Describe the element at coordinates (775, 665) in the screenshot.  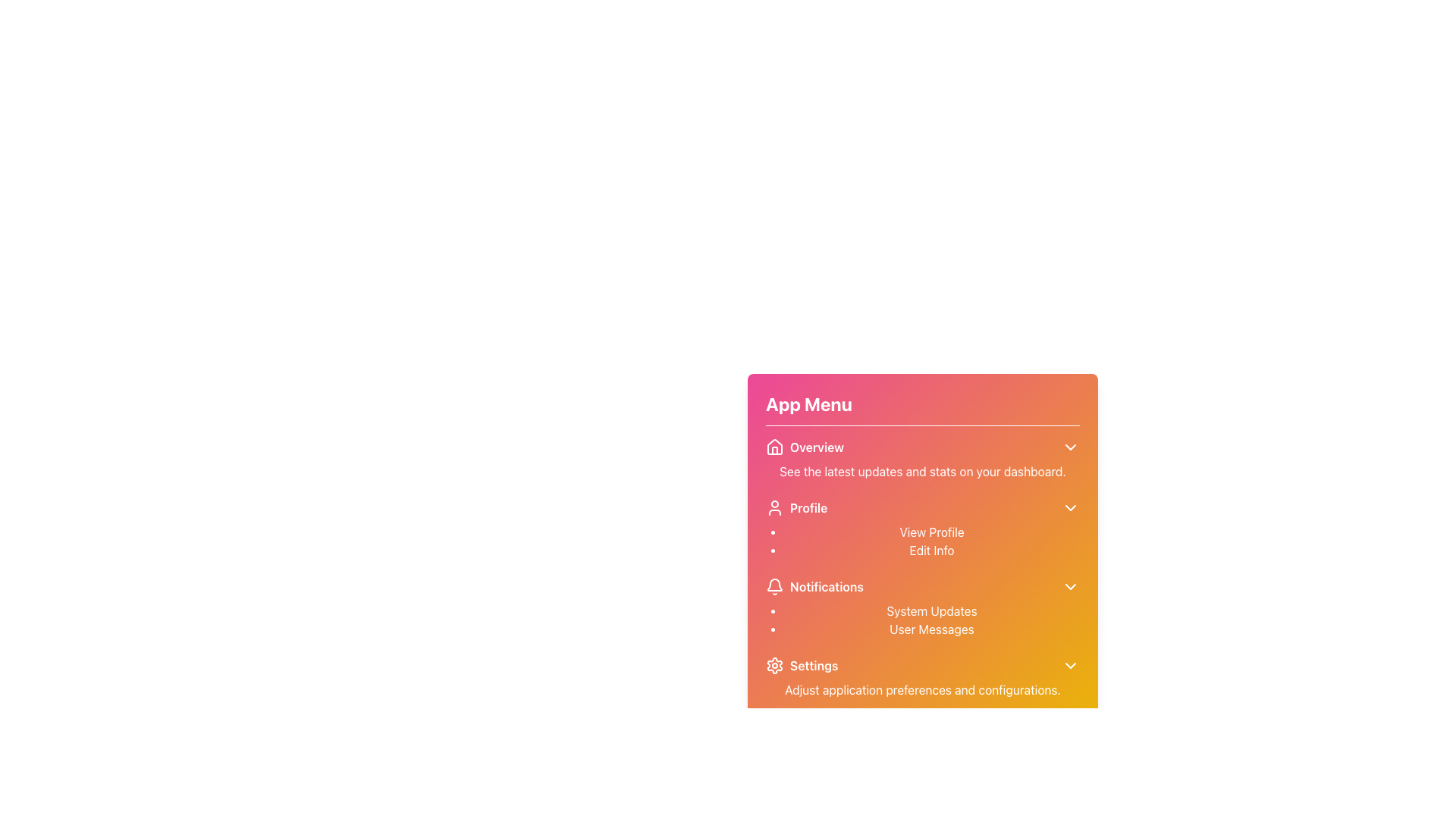
I see `the gear icon representing the 'Settings' option in the App Menu, which is the leftmost icon next to the text 'Settings'` at that location.